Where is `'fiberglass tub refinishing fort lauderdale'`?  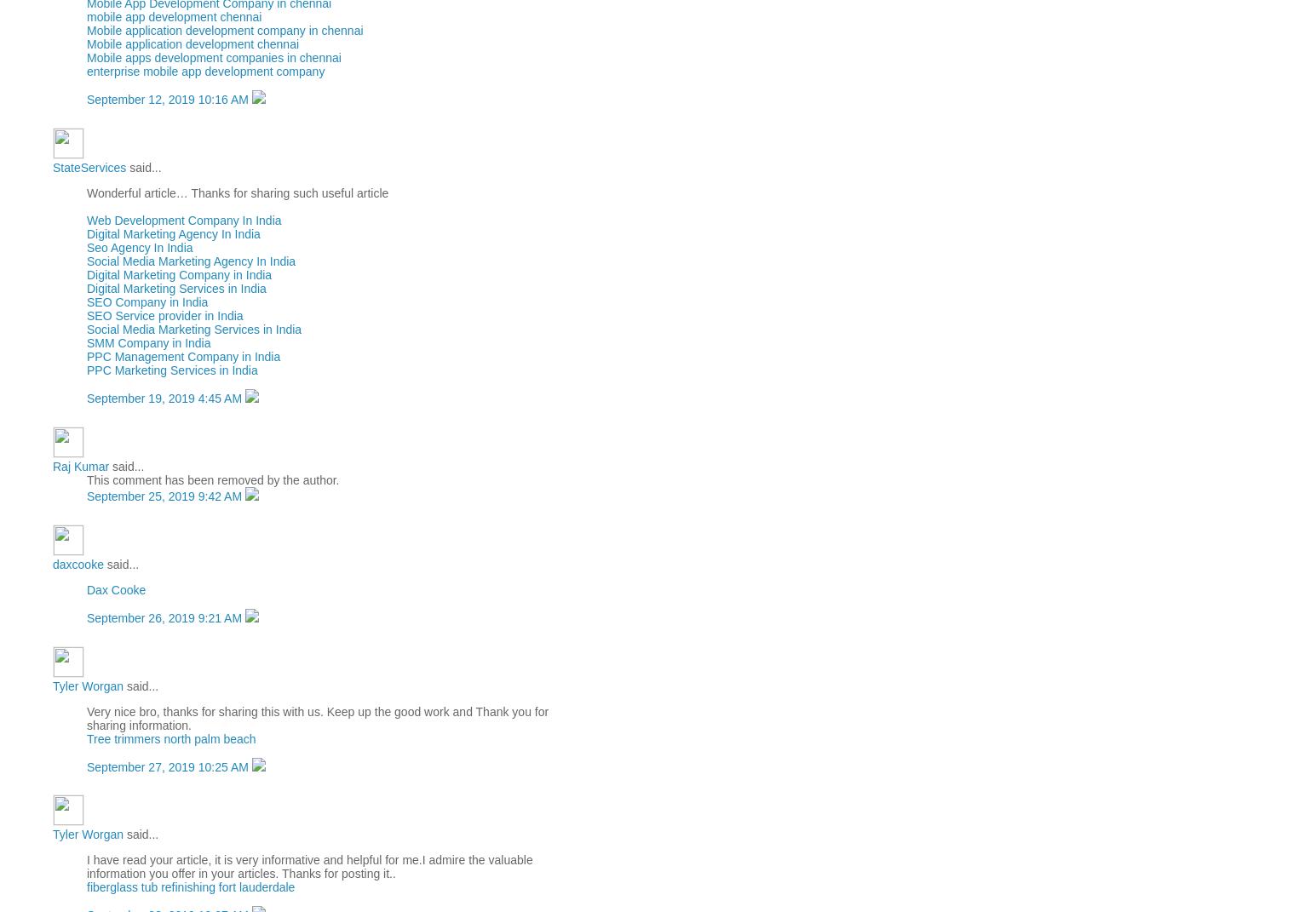
'fiberglass tub refinishing fort lauderdale' is located at coordinates (191, 886).